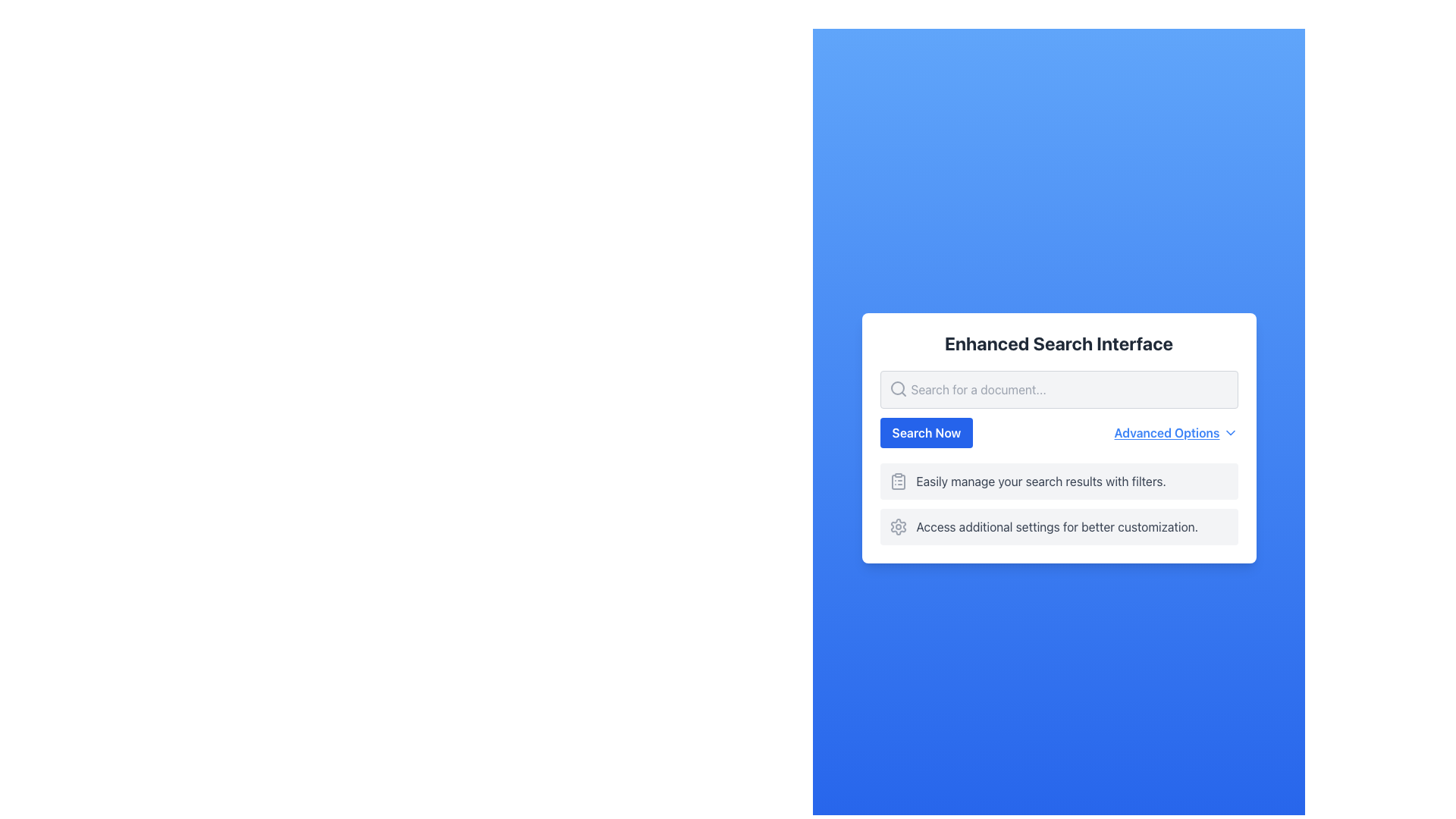 The image size is (1456, 819). What do you see at coordinates (898, 526) in the screenshot?
I see `the gear-shaped icon next to the text 'Access additional settings for better customization.'` at bounding box center [898, 526].